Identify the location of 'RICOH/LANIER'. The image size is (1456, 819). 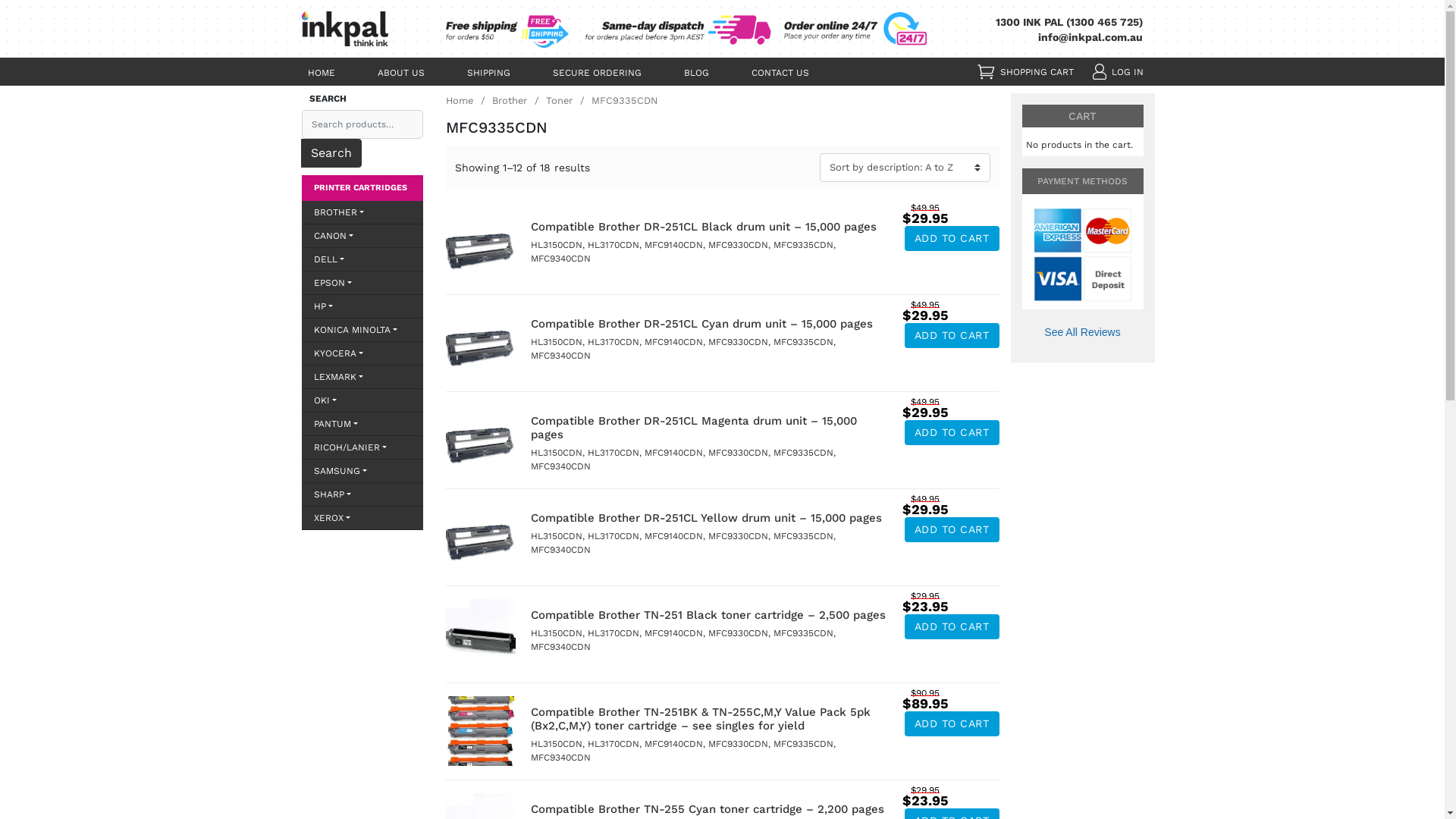
(302, 447).